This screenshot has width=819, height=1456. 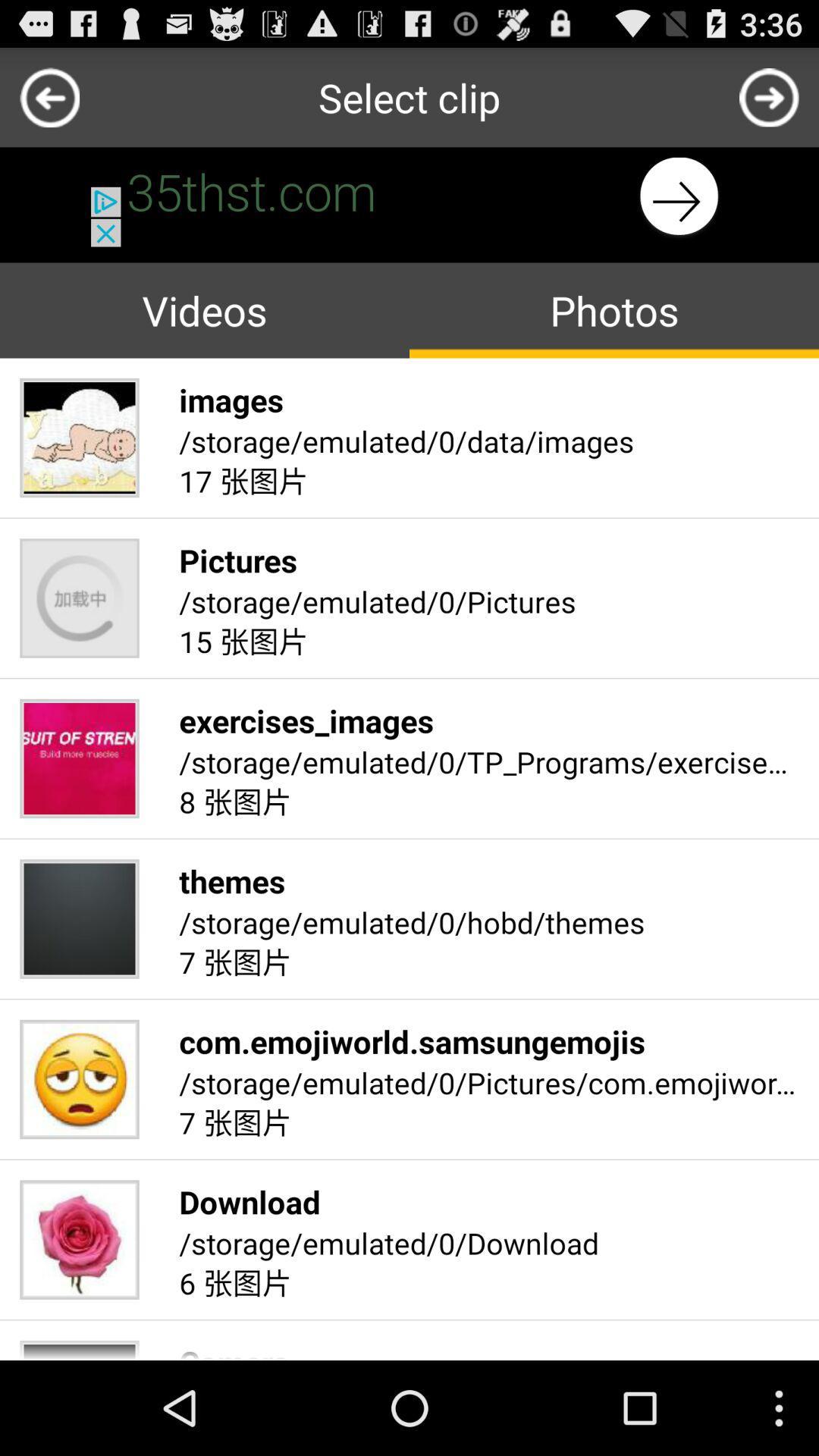 What do you see at coordinates (49, 96) in the screenshot?
I see `go back` at bounding box center [49, 96].